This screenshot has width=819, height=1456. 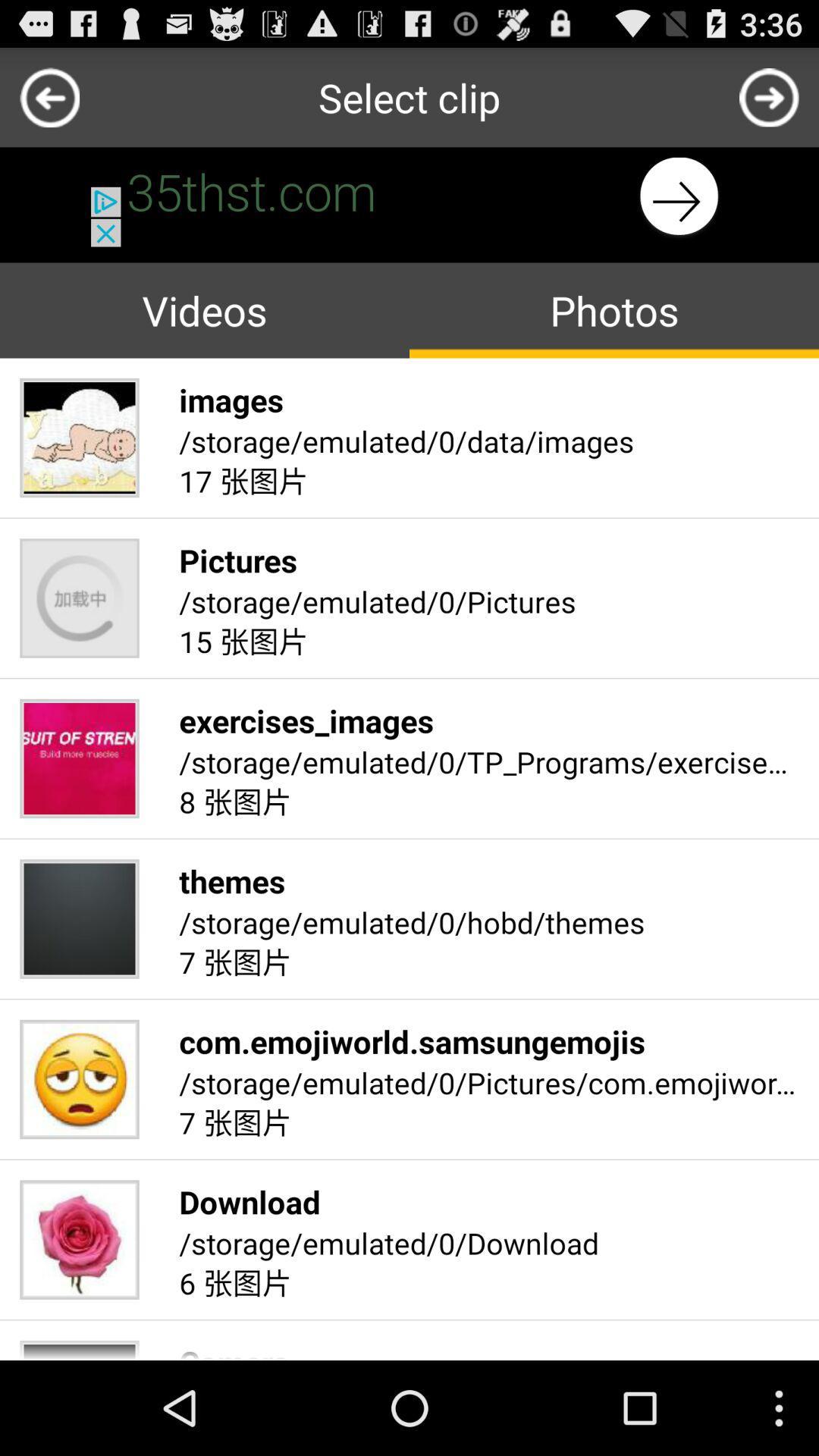 What do you see at coordinates (49, 96) in the screenshot?
I see `go back` at bounding box center [49, 96].